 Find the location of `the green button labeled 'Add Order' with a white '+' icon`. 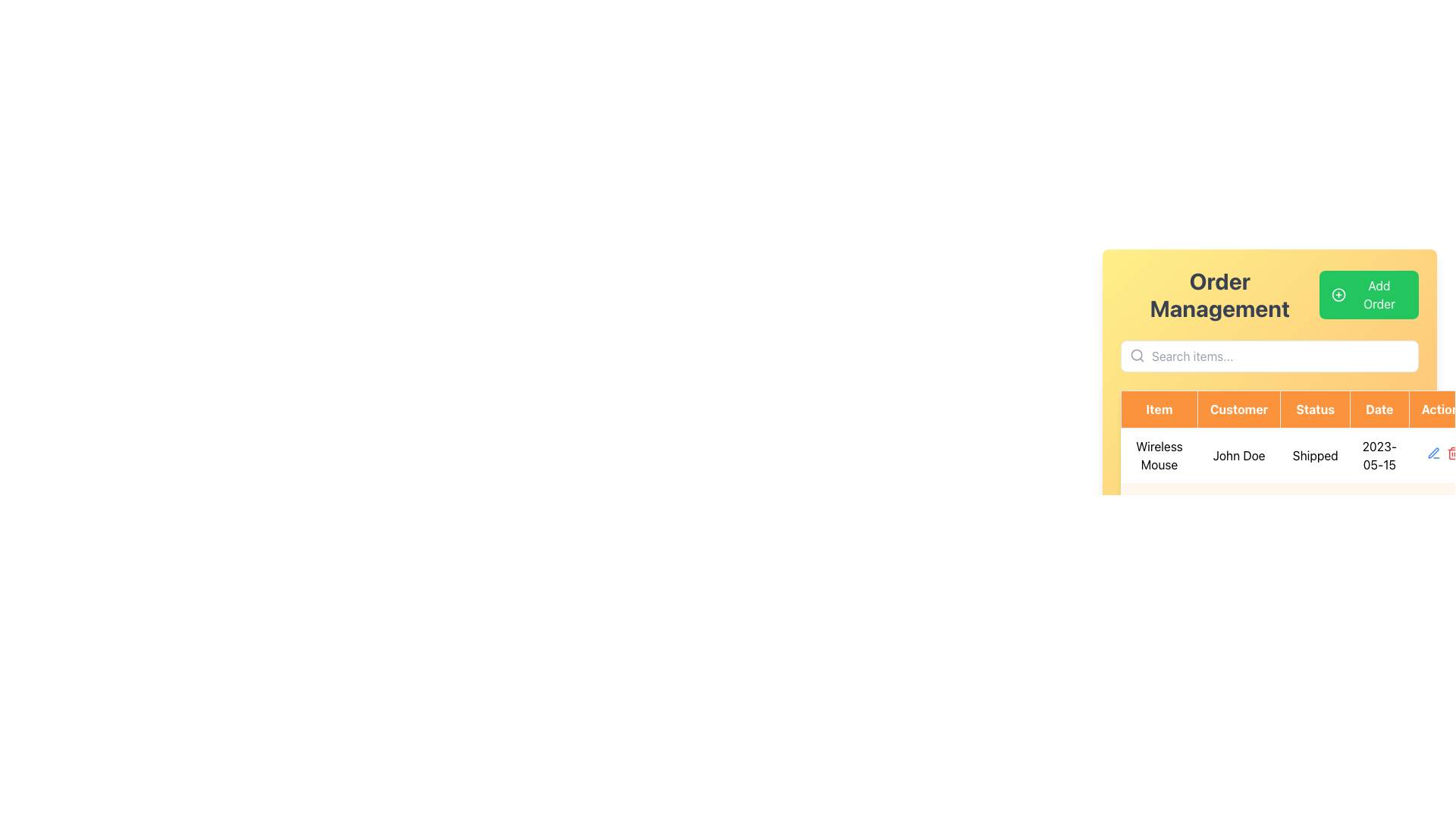

the green button labeled 'Add Order' with a white '+' icon is located at coordinates (1369, 295).